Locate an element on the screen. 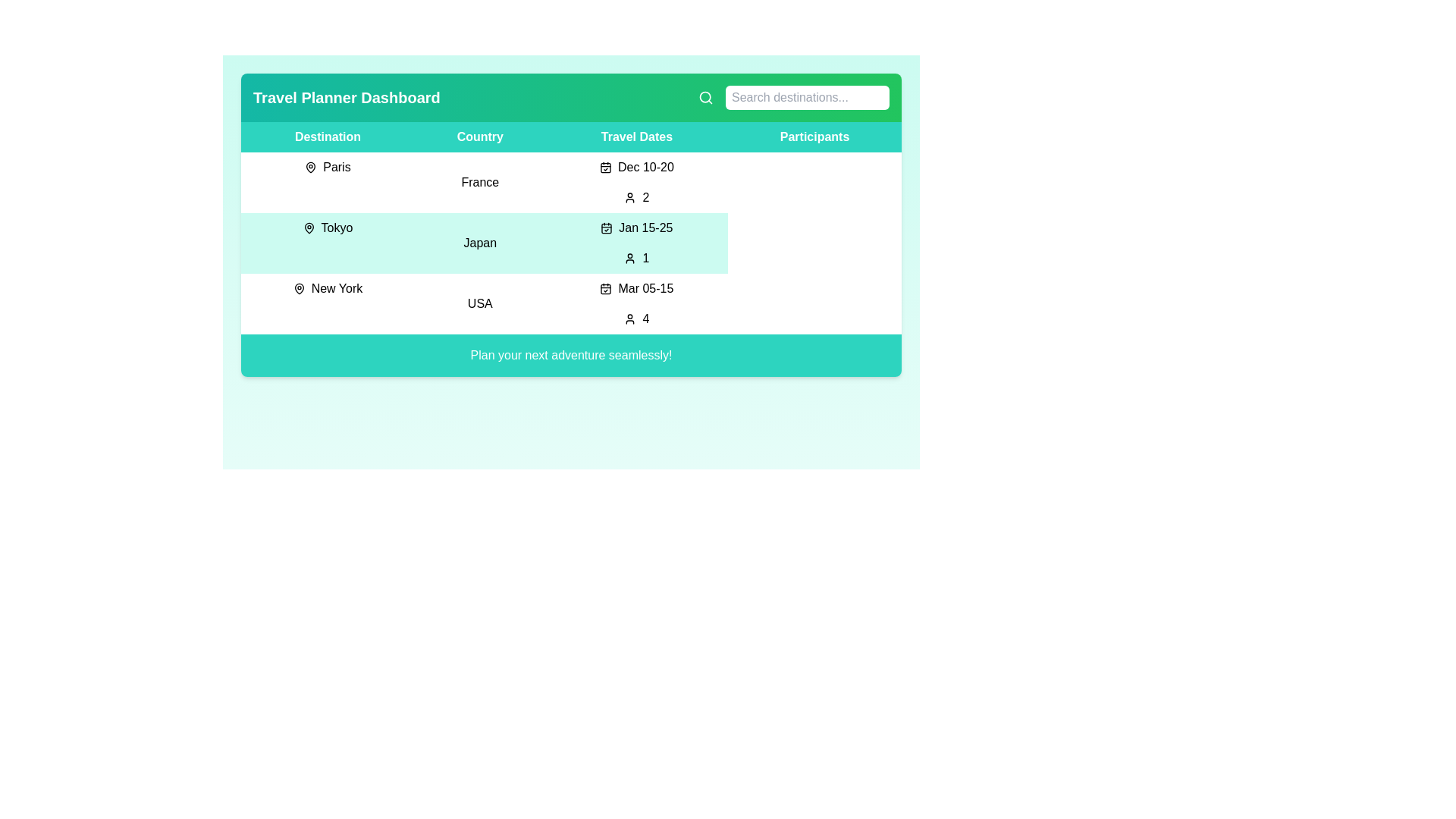 This screenshot has height=819, width=1456. the user figure icon located in the second row of the 'Participants' column, adjacent to the text '1' in the 'Travel Planner Dashboard' is located at coordinates (630, 257).